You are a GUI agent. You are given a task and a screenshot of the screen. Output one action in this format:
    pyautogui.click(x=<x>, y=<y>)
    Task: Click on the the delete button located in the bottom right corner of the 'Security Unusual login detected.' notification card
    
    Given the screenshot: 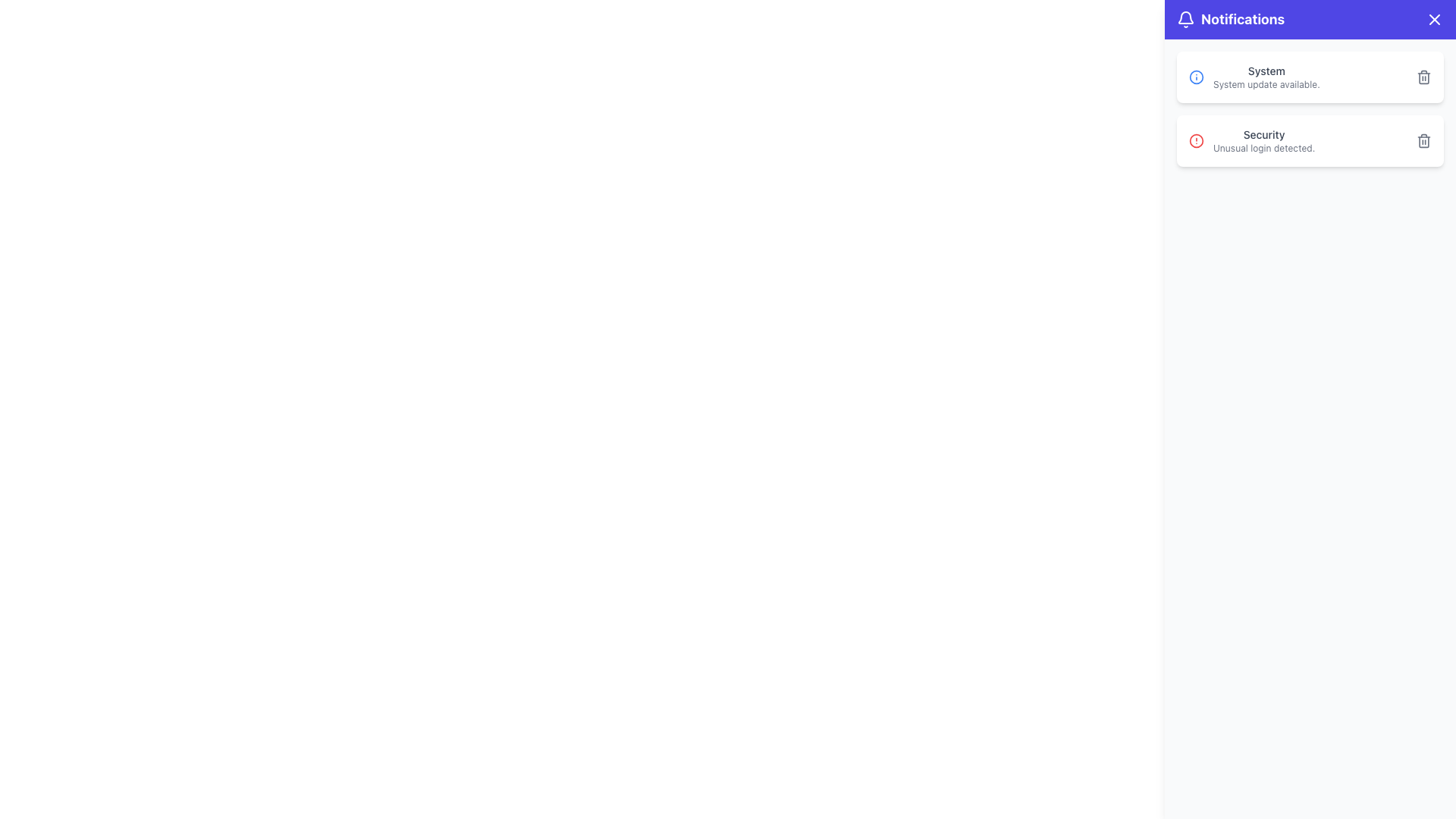 What is the action you would take?
    pyautogui.click(x=1423, y=140)
    